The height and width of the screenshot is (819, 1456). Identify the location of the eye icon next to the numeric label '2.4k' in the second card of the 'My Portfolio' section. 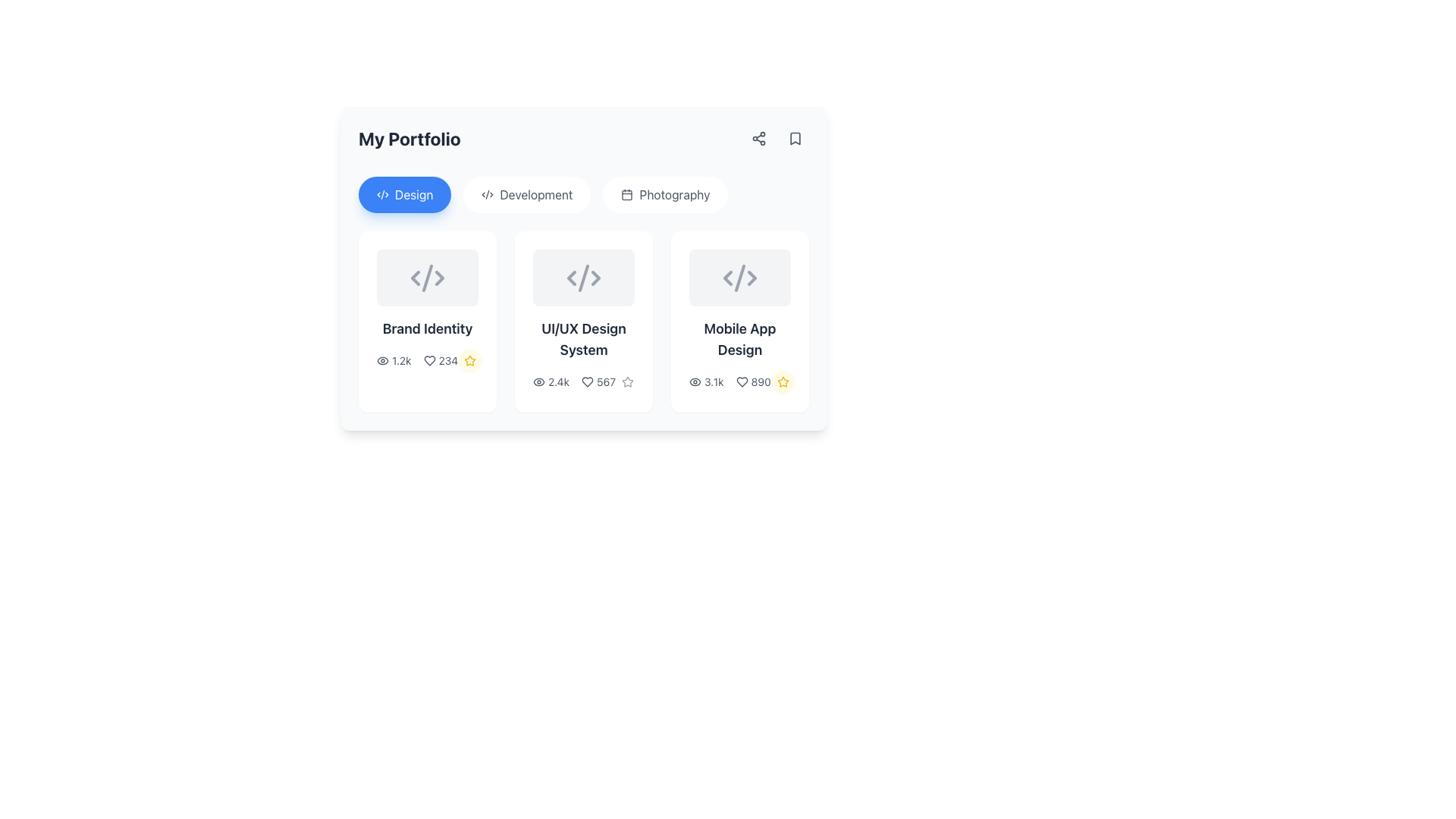
(551, 381).